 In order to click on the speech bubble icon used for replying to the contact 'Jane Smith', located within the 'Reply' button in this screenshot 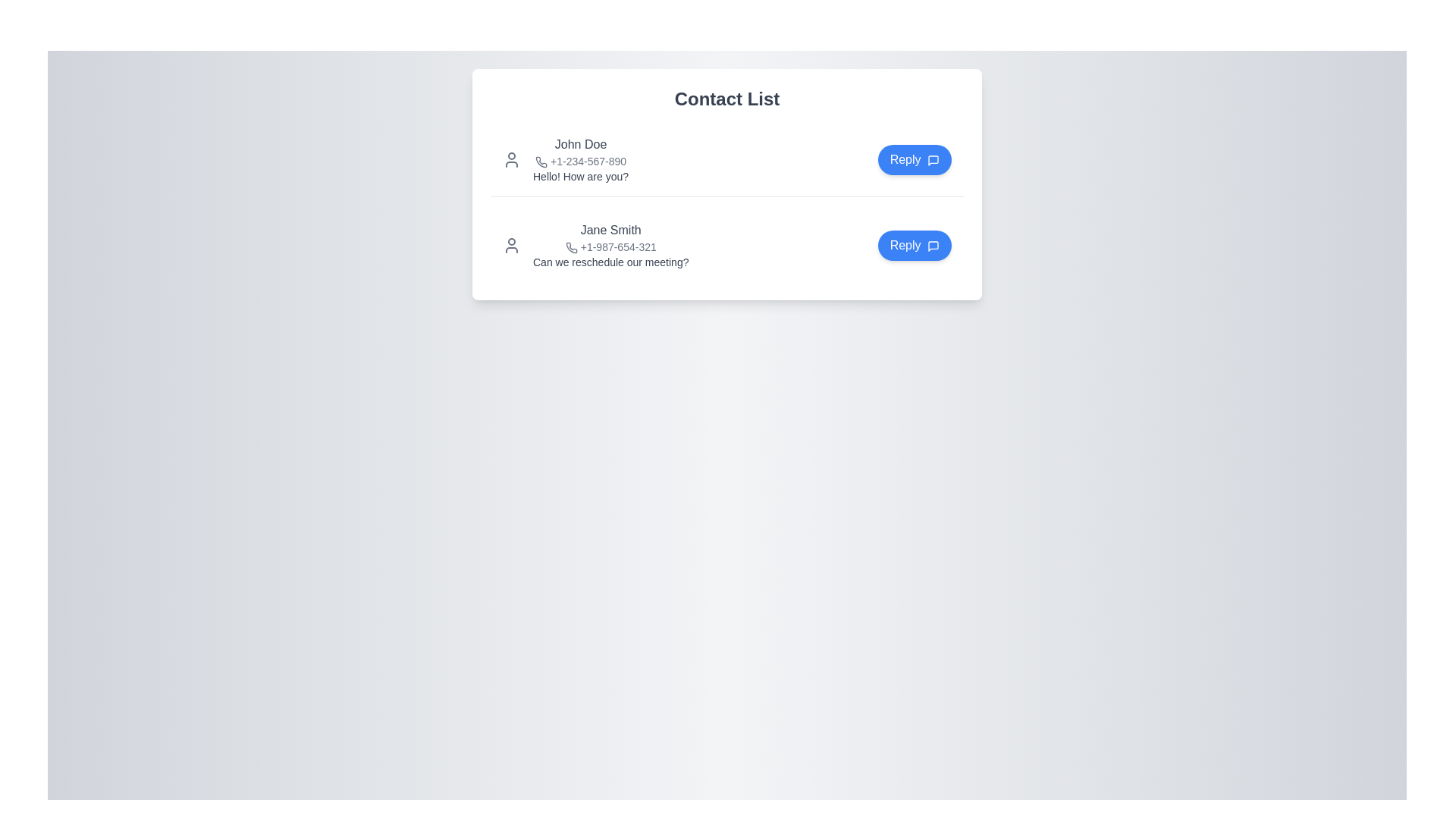, I will do `click(932, 245)`.